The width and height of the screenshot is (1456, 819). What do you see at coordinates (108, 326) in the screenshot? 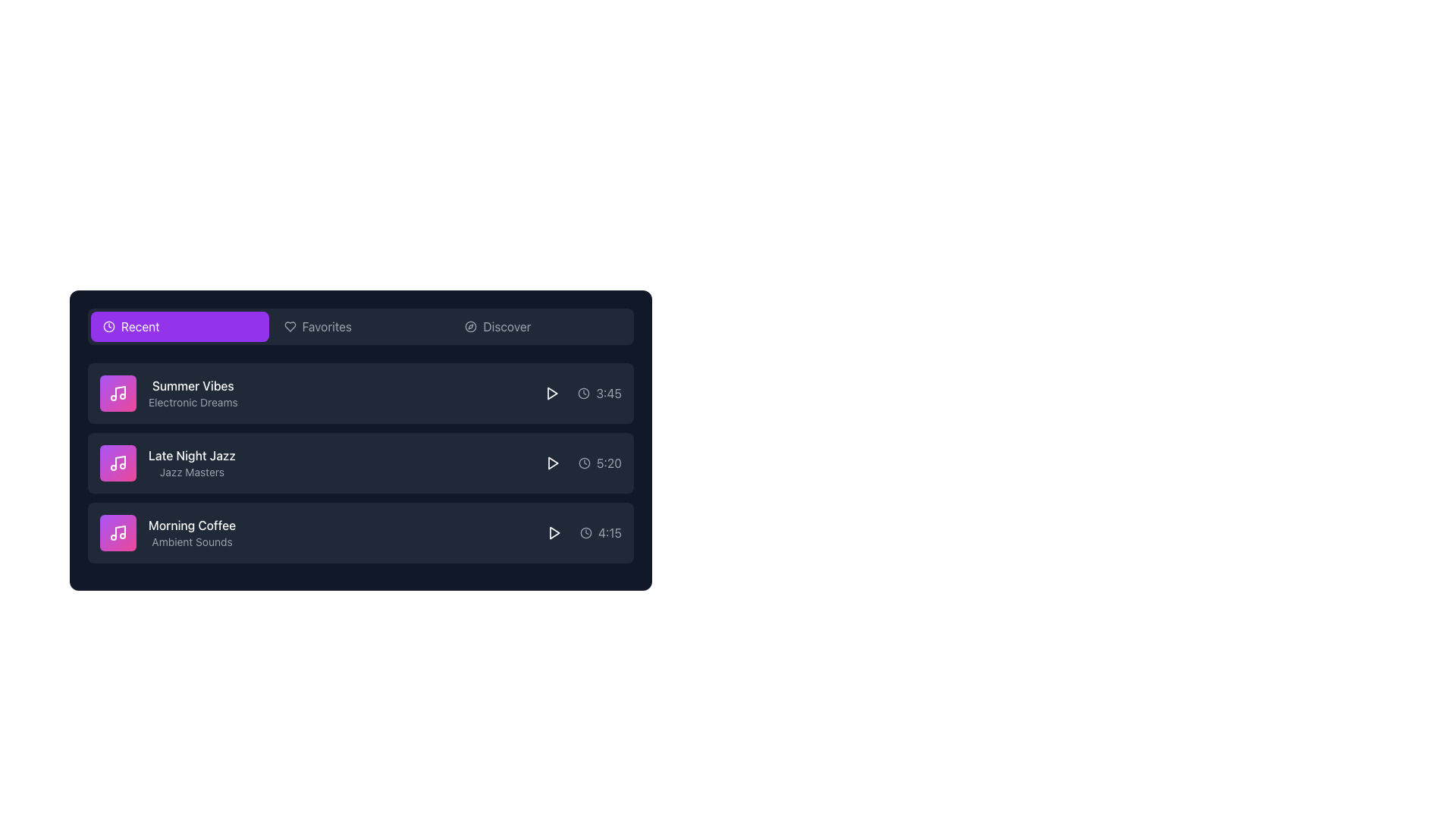
I see `the decorative circle representing the border of the clock icon, located near the center of the SVG element, adjacent to the purple 'Recent' tab` at bounding box center [108, 326].